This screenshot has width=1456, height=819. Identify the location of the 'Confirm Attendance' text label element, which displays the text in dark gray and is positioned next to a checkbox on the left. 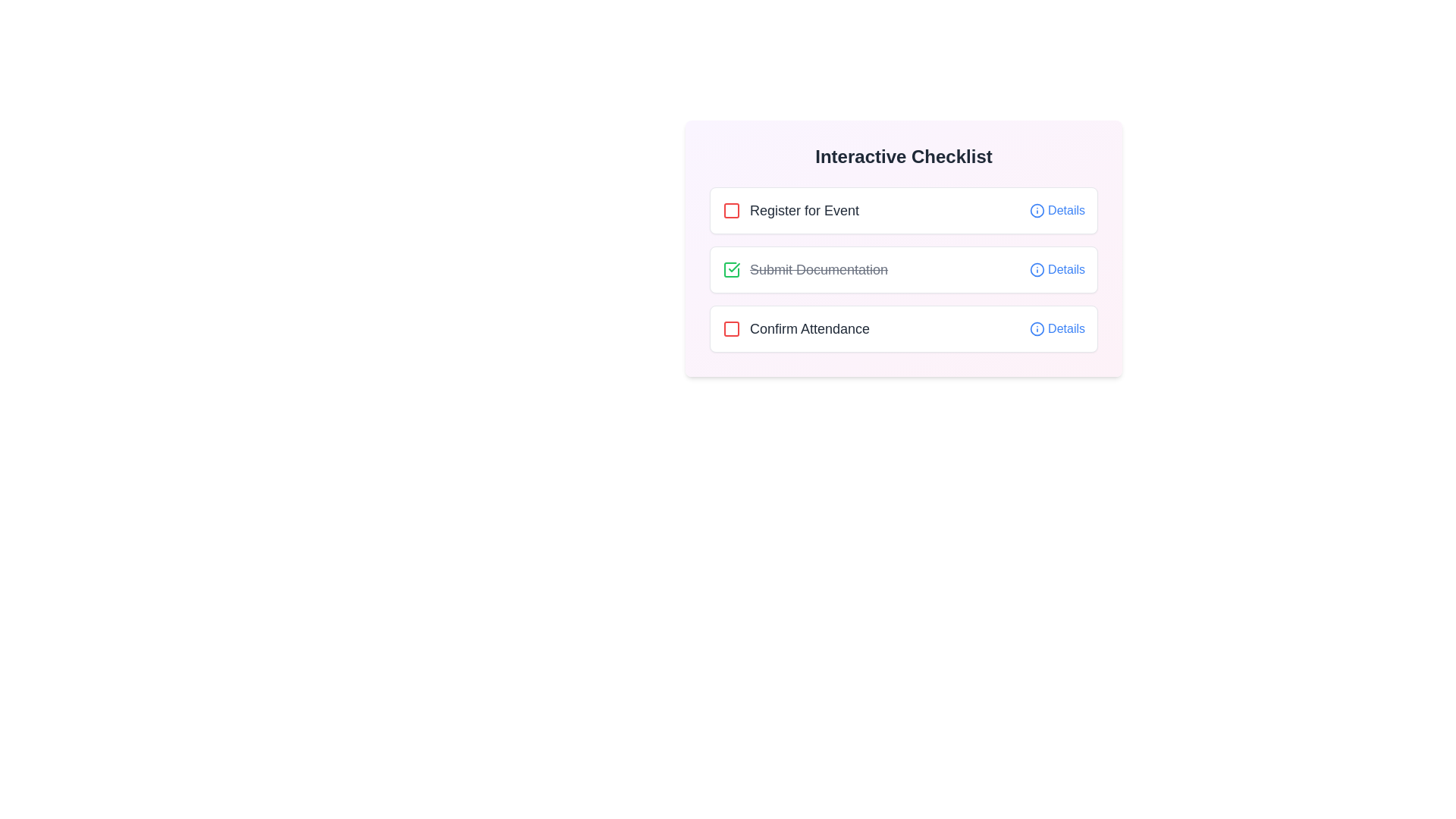
(809, 328).